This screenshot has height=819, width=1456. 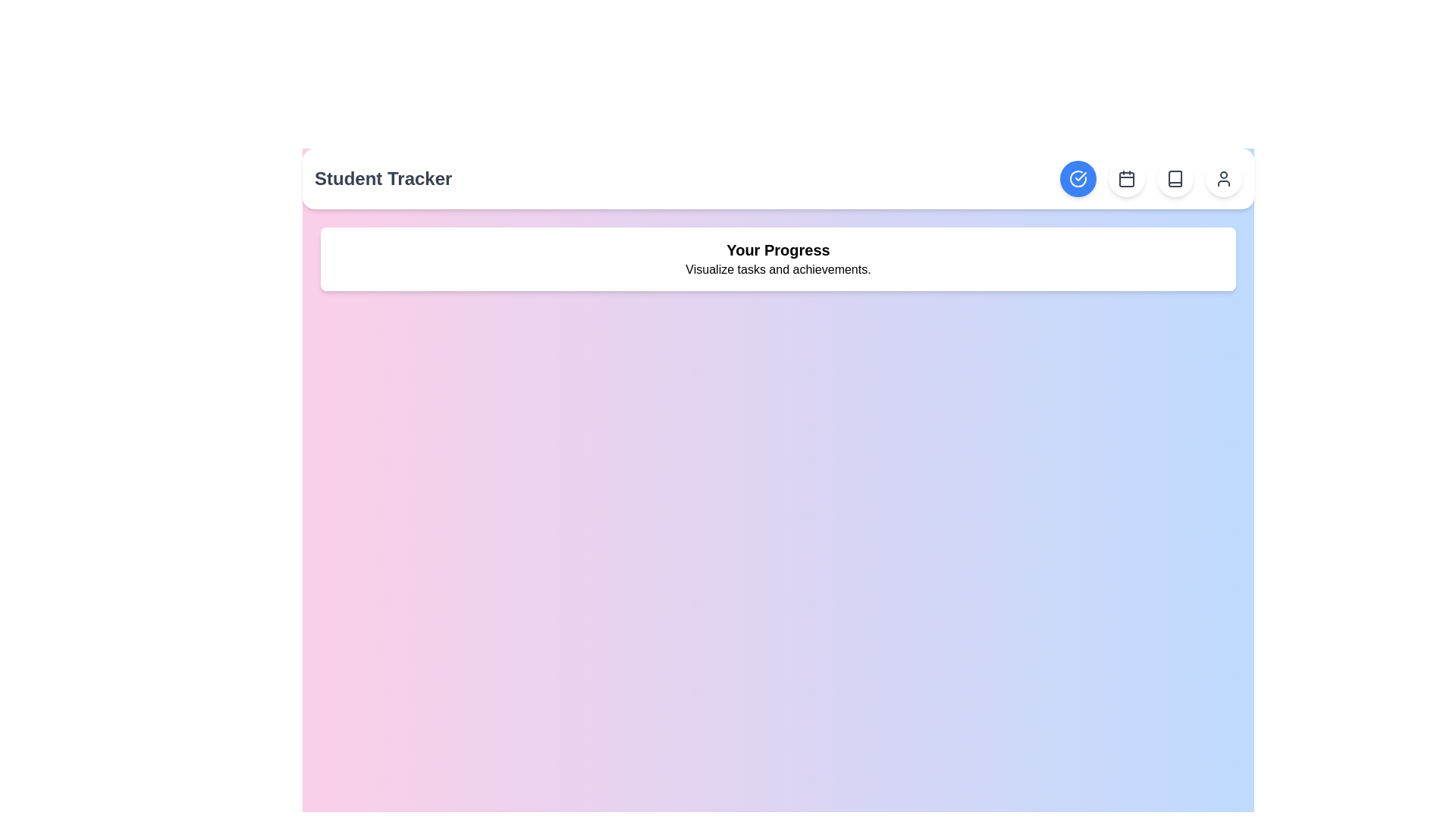 What do you see at coordinates (1223, 177) in the screenshot?
I see `the circular button with a white background and dark gray user icon located at the far-right end of the horizontal row of buttons to change its color` at bounding box center [1223, 177].